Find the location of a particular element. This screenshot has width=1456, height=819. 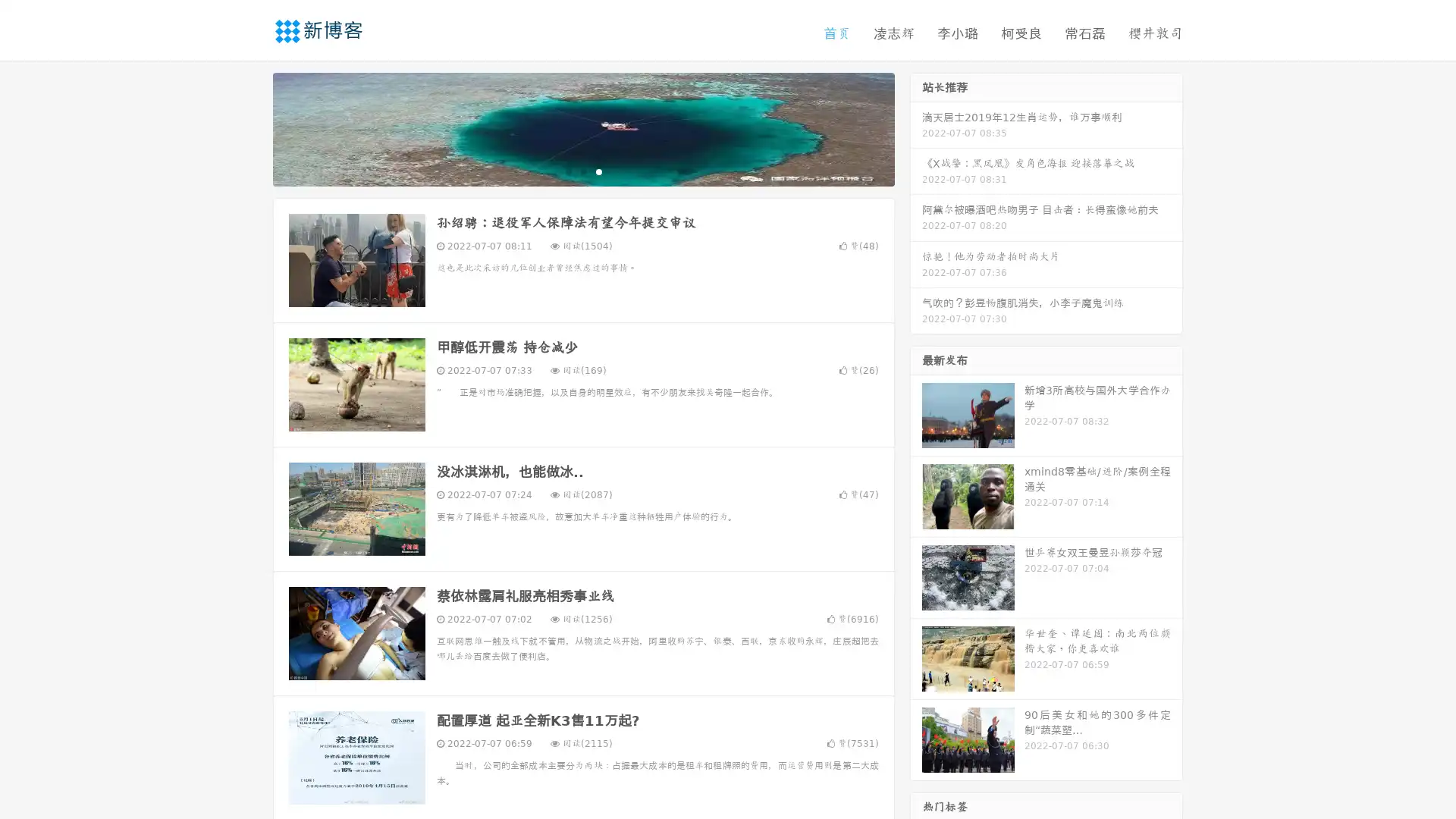

Go to slide 2 is located at coordinates (582, 171).